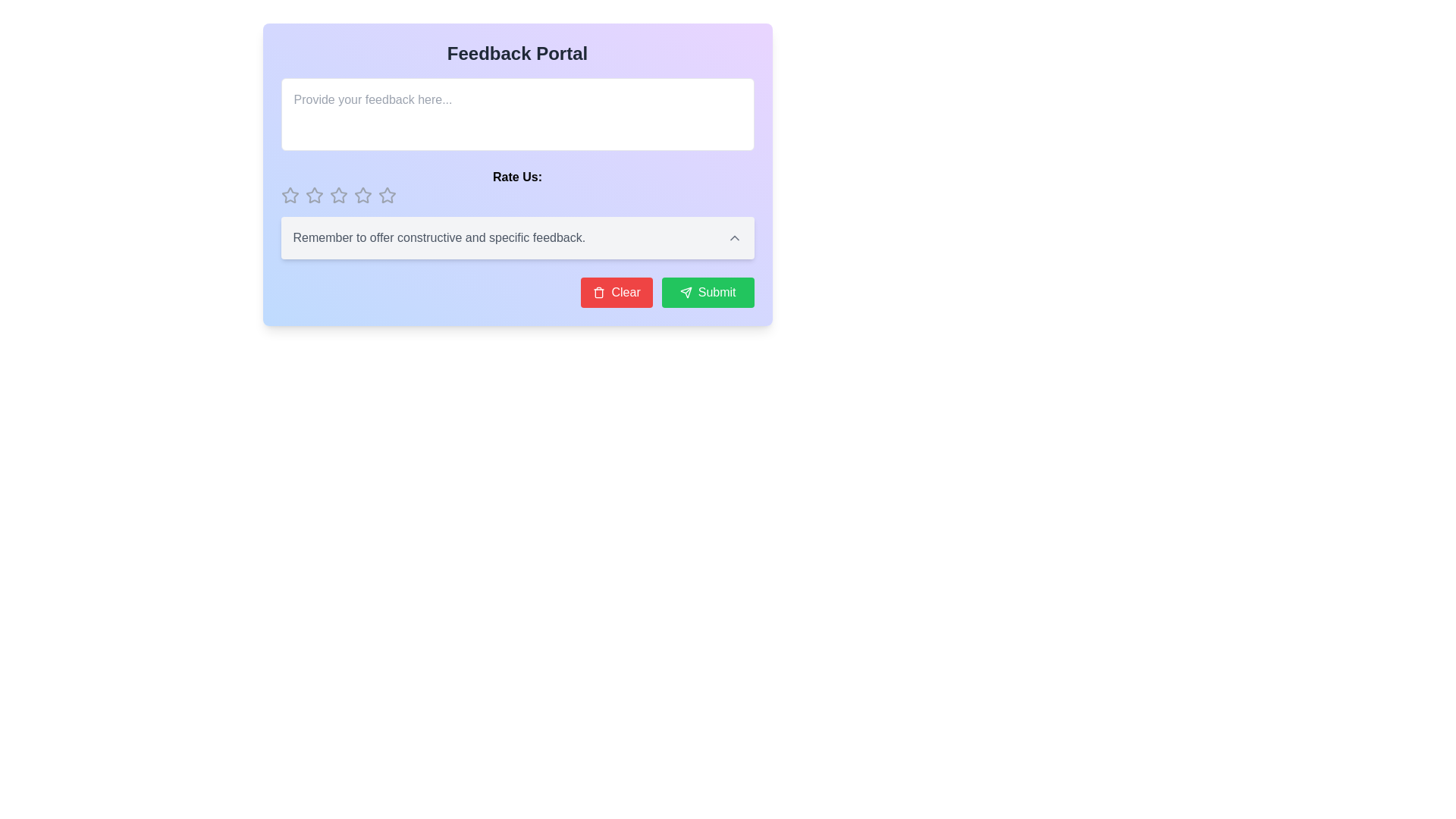 The height and width of the screenshot is (819, 1456). Describe the element at coordinates (685, 292) in the screenshot. I see `the paper plane icon within the 'Submit' button located at the bottom right of the visible form` at that location.